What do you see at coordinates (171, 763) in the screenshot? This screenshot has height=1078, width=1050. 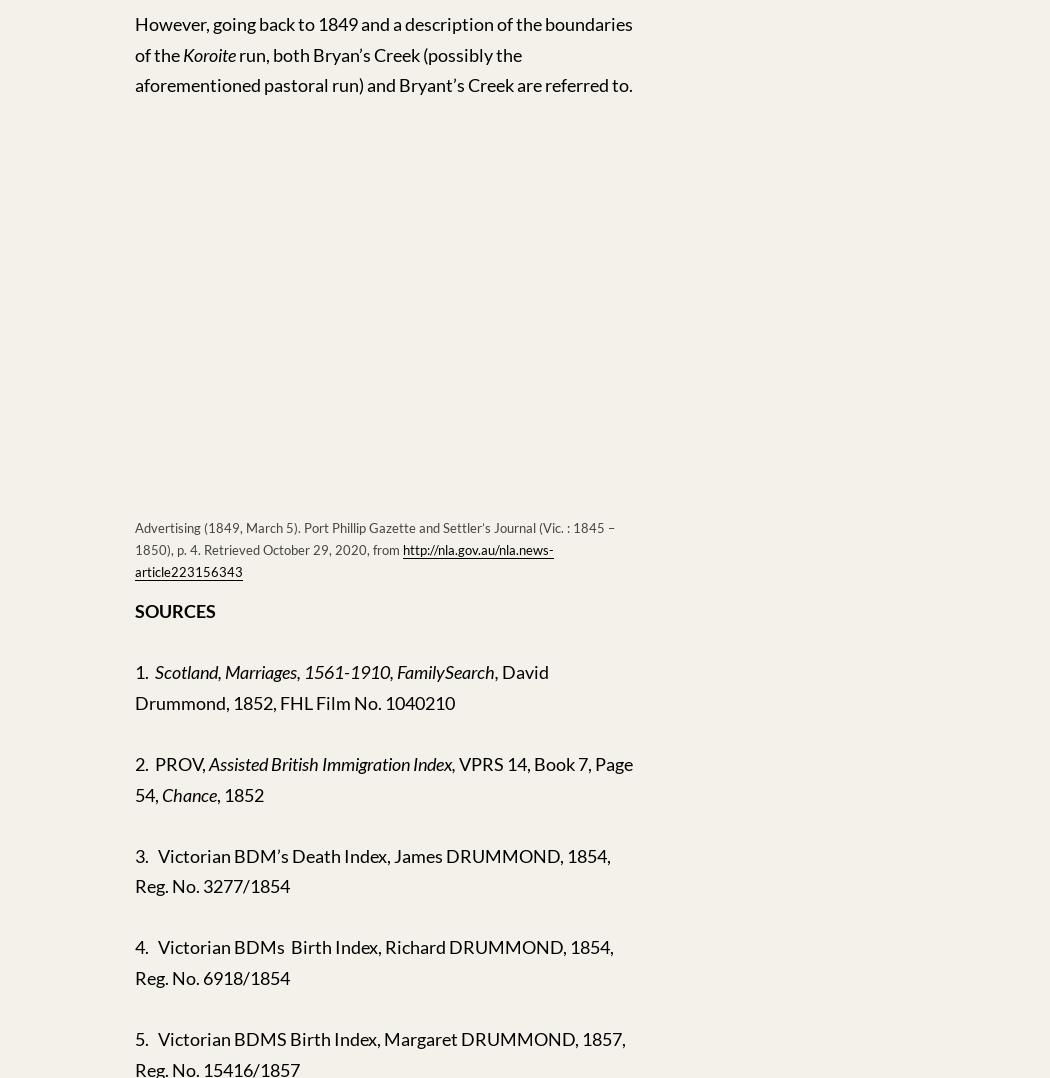 I see `'2.  PROV,'` at bounding box center [171, 763].